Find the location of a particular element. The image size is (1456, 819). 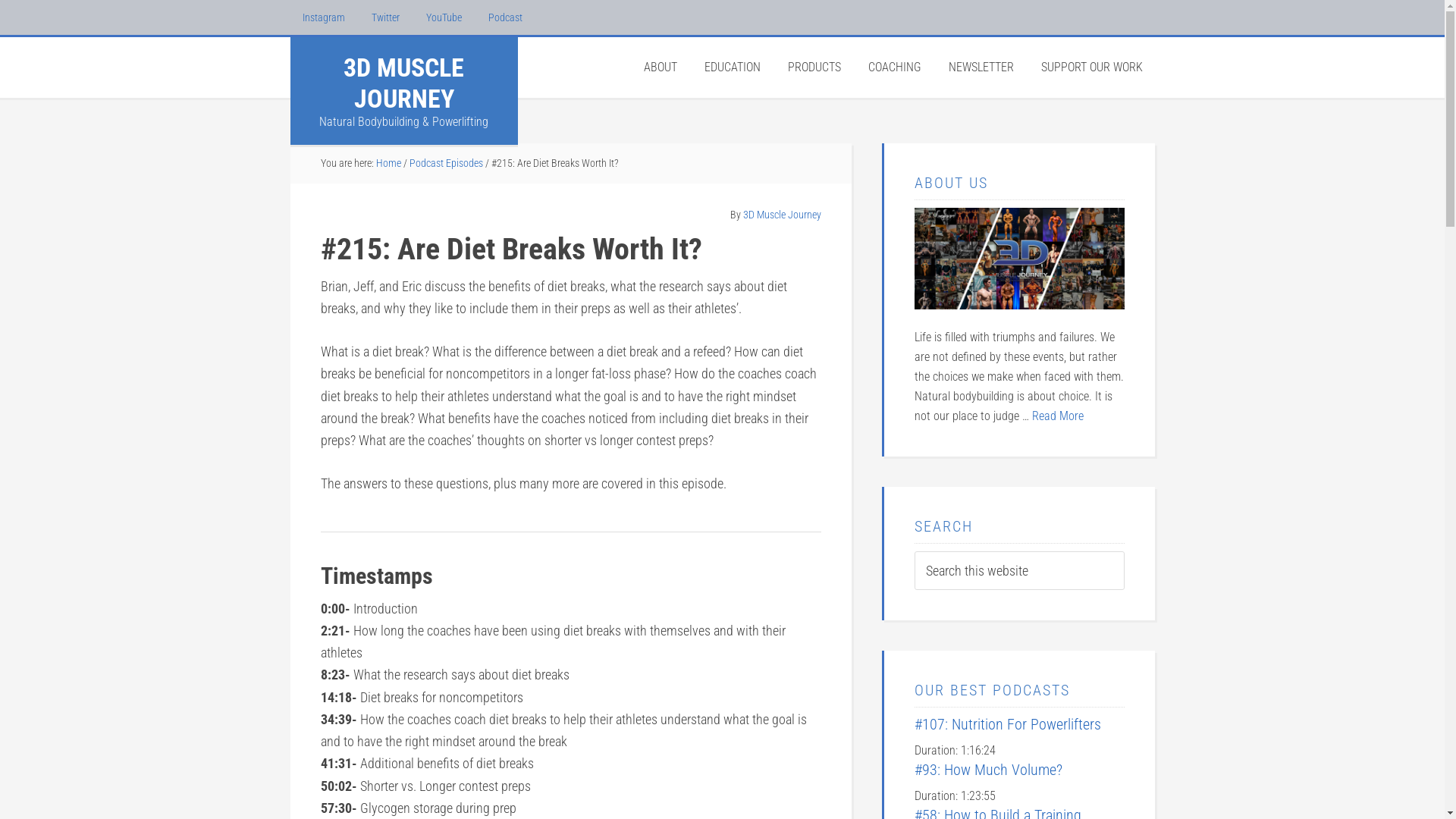

'#107: Nutrition For Powerlifters' is located at coordinates (913, 723).